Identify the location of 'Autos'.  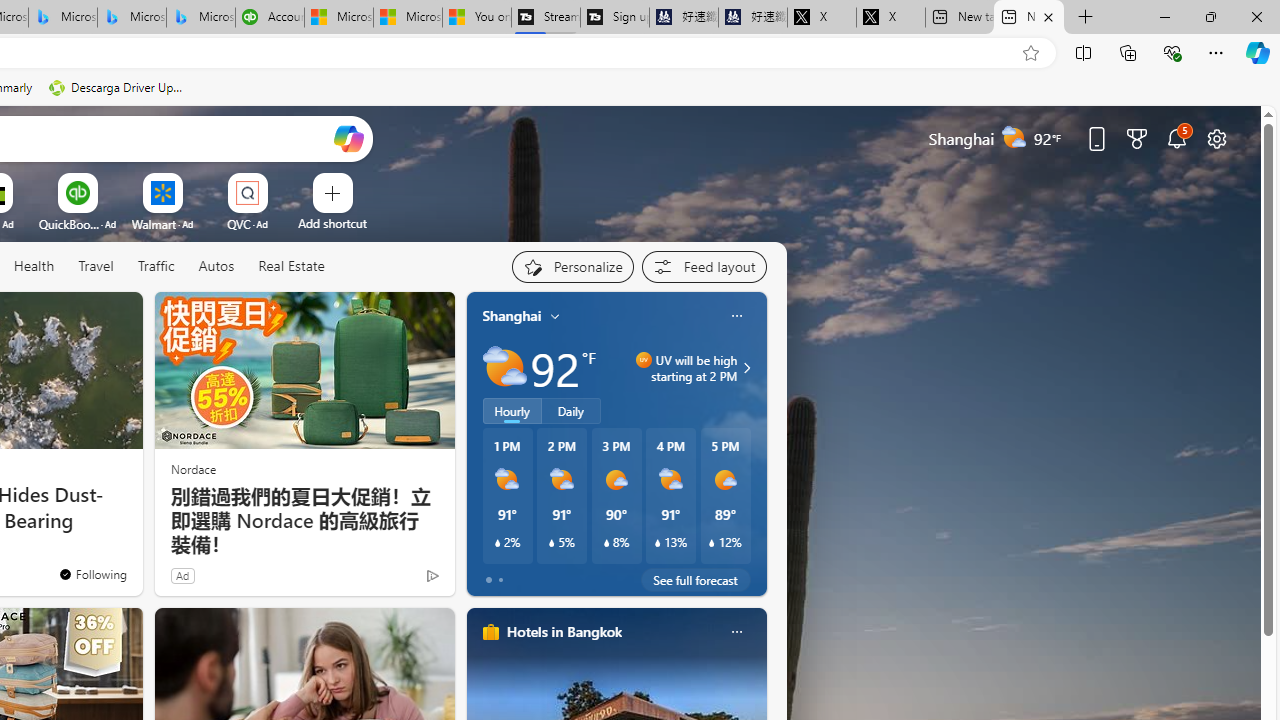
(216, 266).